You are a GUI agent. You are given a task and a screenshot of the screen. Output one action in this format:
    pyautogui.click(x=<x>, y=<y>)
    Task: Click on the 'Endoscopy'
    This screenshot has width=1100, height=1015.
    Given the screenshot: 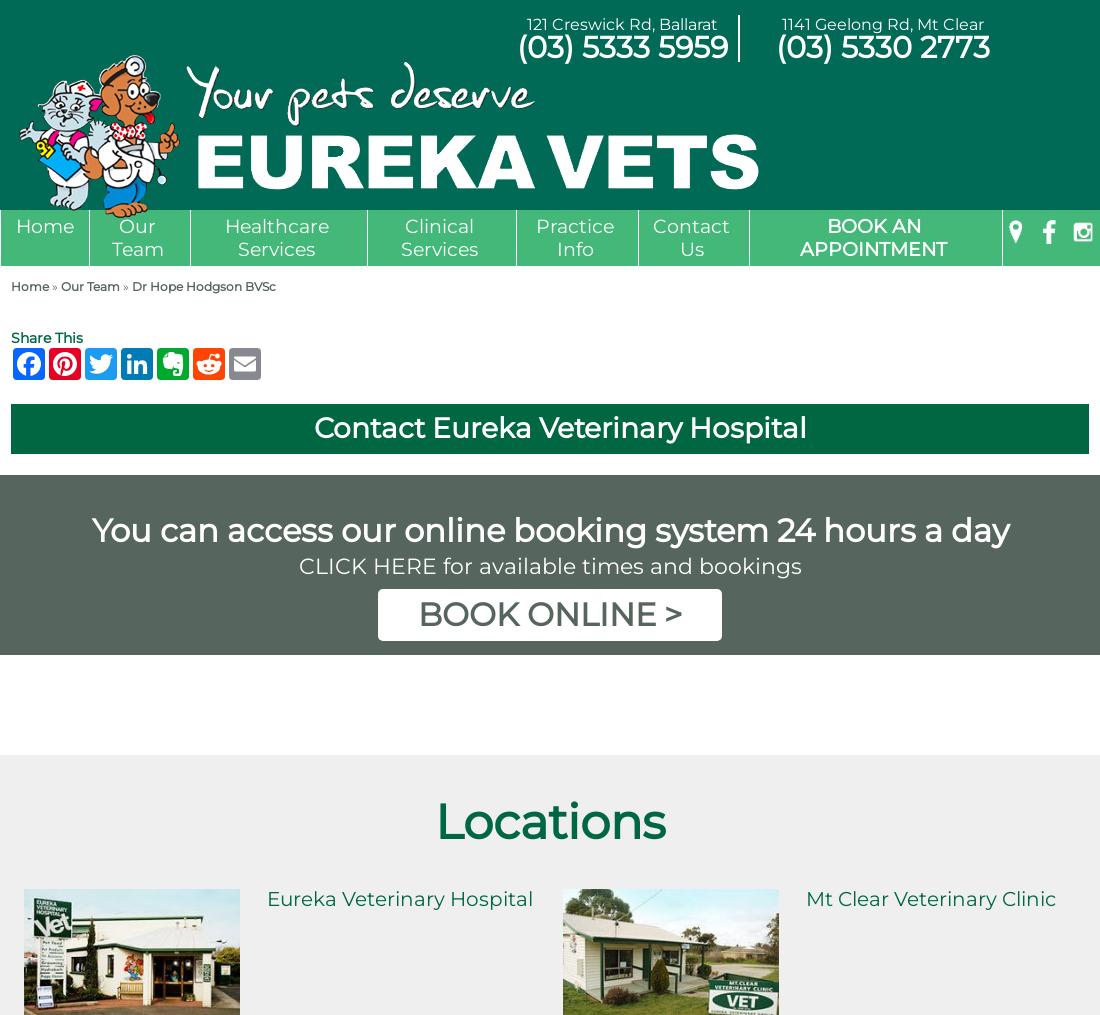 What is the action you would take?
    pyautogui.click(x=419, y=552)
    